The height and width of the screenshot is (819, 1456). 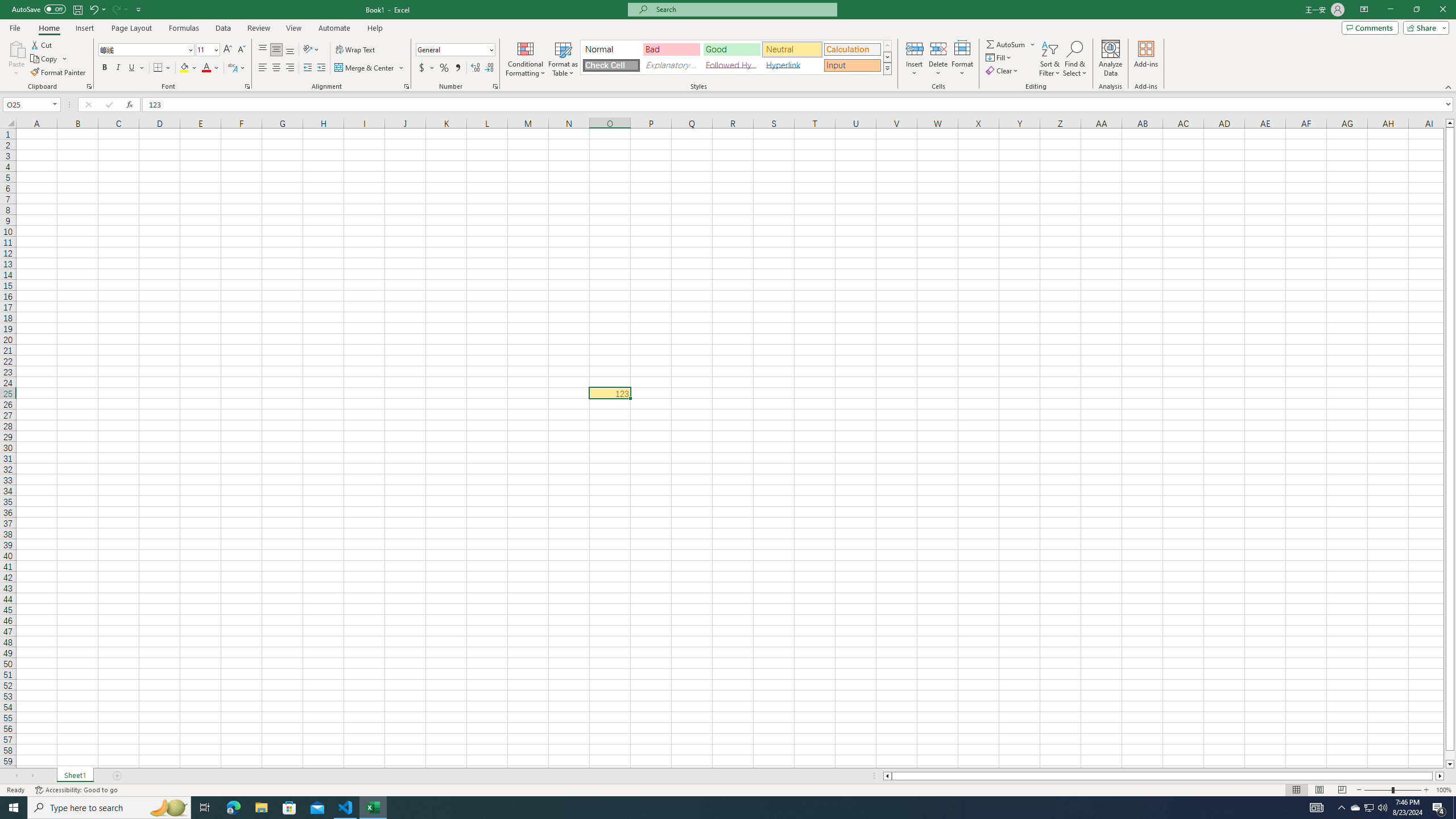 I want to click on 'Cell Styles', so click(x=887, y=68).